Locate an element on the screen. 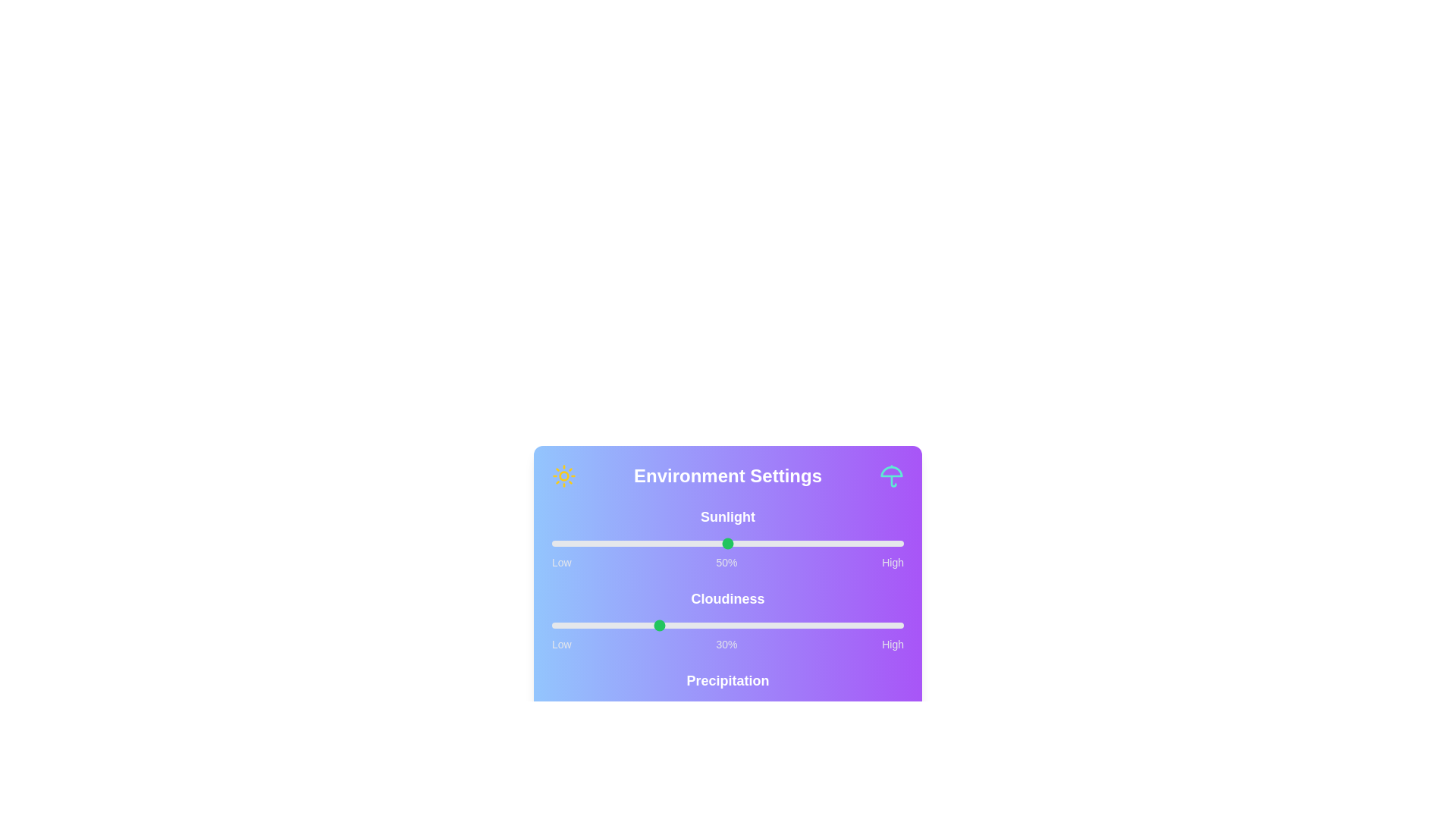 This screenshot has height=819, width=1456. the sunlight slider to 88% is located at coordinates (861, 543).